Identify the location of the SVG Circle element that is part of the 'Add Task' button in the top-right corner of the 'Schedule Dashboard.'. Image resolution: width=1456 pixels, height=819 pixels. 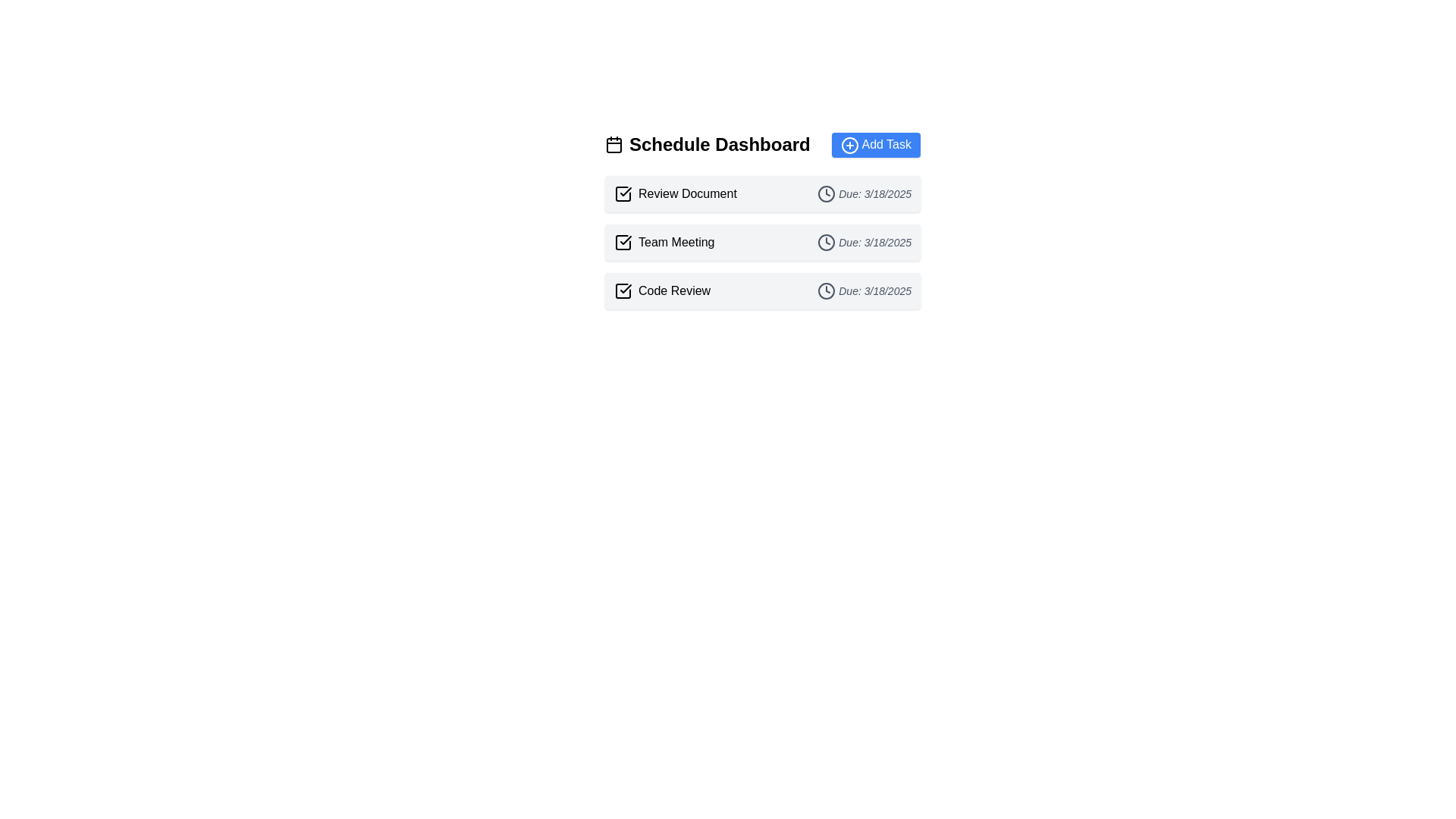
(849, 145).